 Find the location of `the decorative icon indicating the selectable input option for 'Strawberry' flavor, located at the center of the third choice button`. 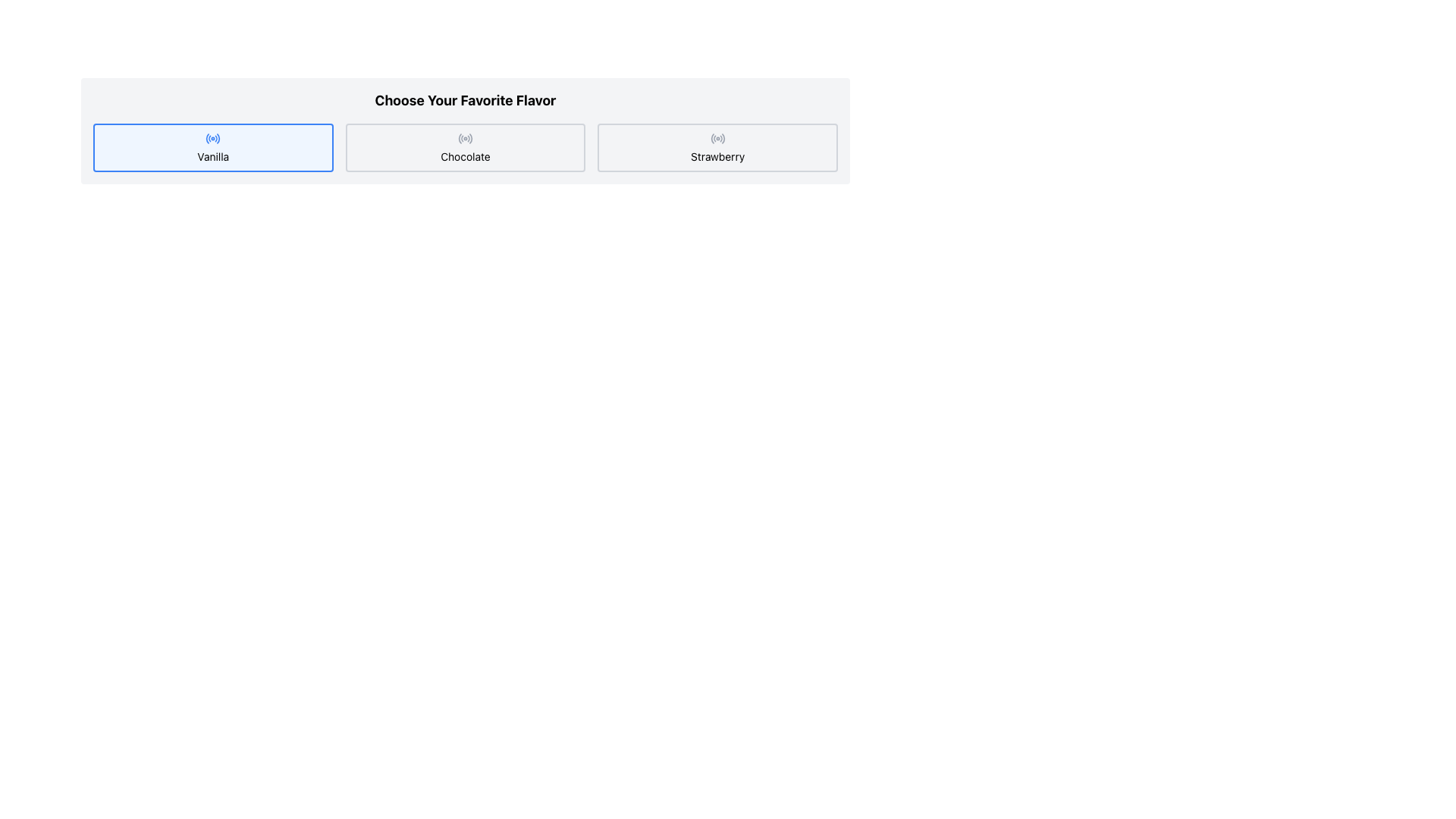

the decorative icon indicating the selectable input option for 'Strawberry' flavor, located at the center of the third choice button is located at coordinates (717, 138).